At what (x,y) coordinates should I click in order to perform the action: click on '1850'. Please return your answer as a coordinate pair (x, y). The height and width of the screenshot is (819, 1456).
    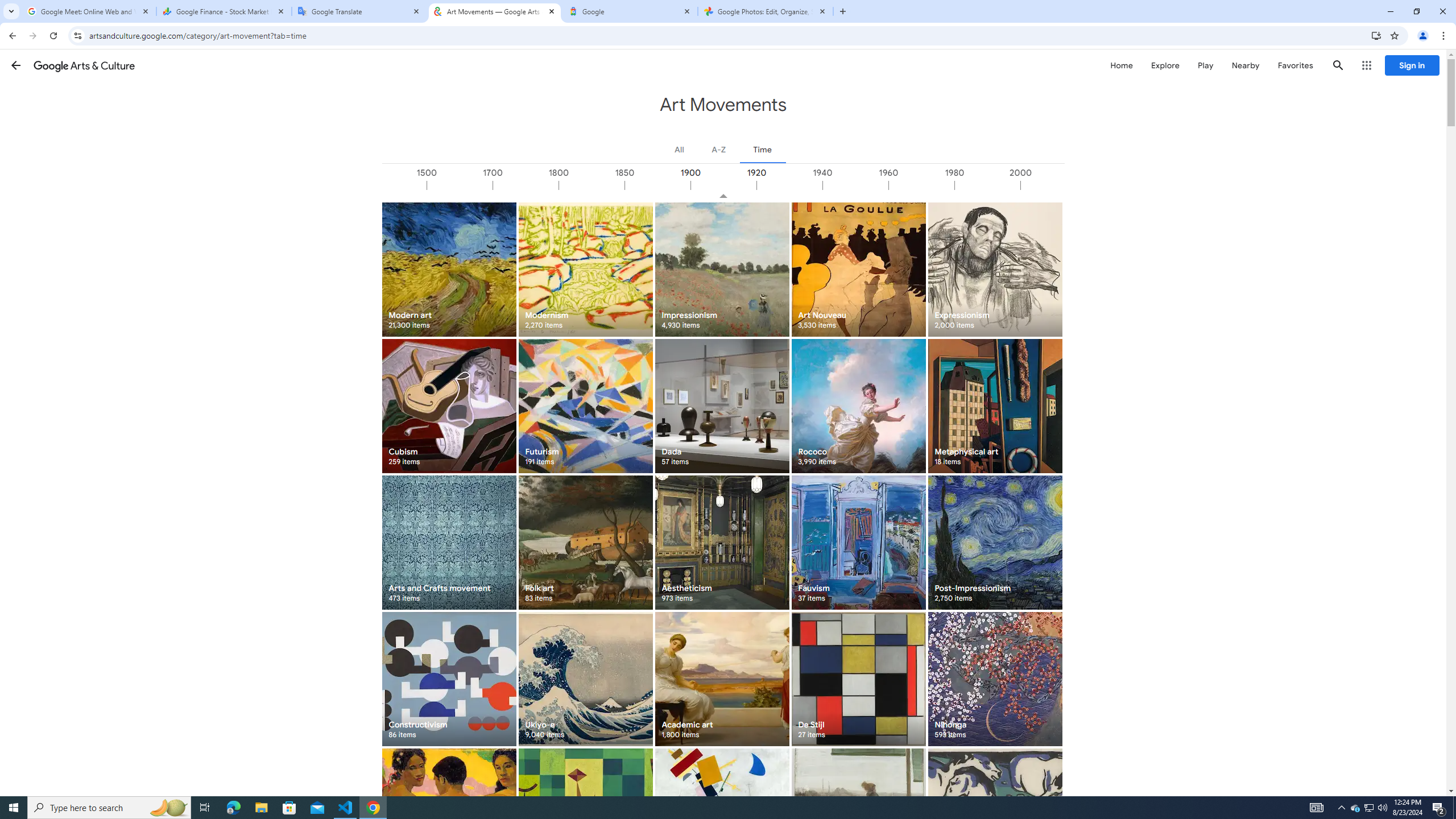
    Looking at the image, I should click on (656, 185).